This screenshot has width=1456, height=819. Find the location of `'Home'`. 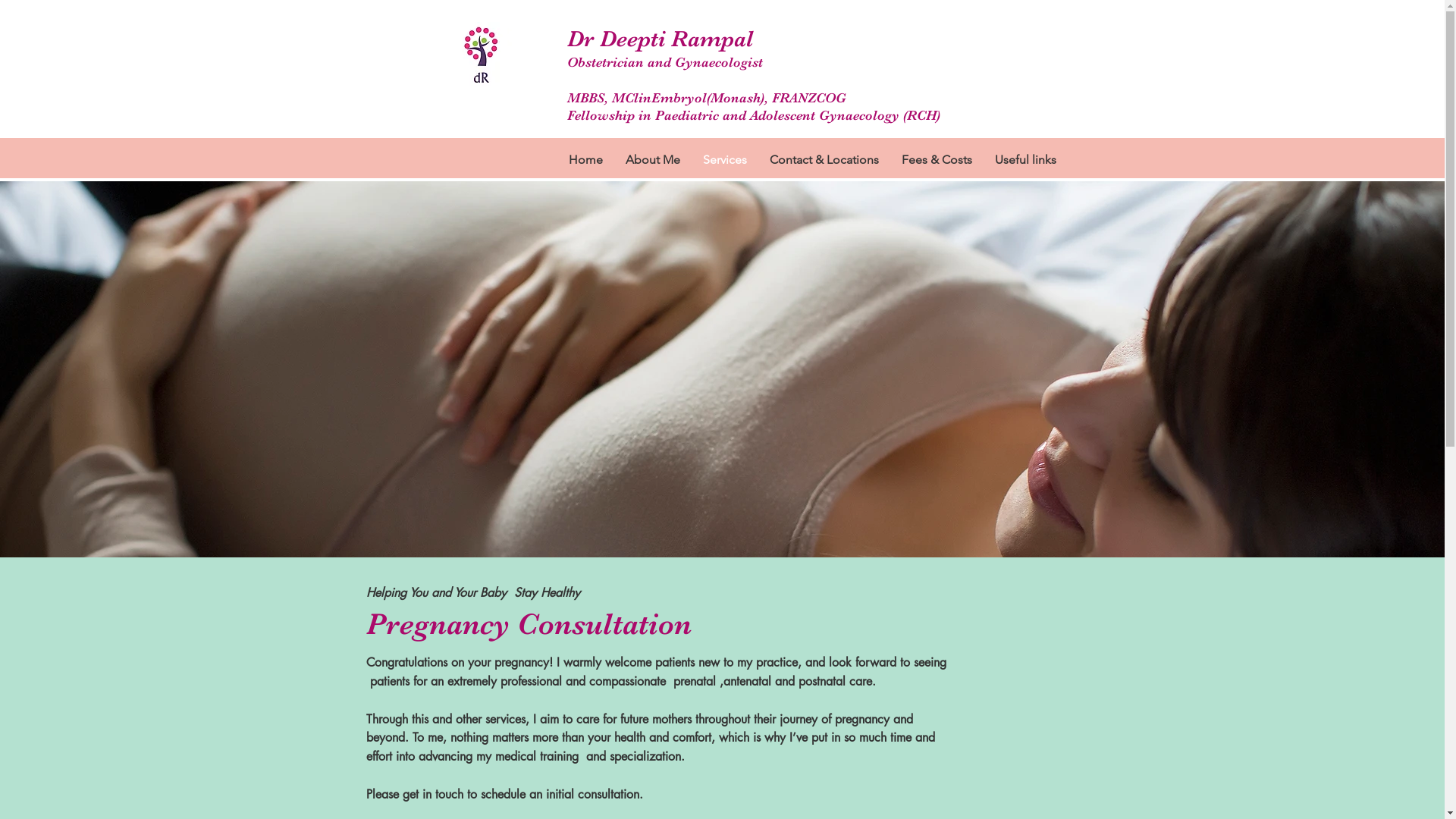

'Home' is located at coordinates (584, 158).